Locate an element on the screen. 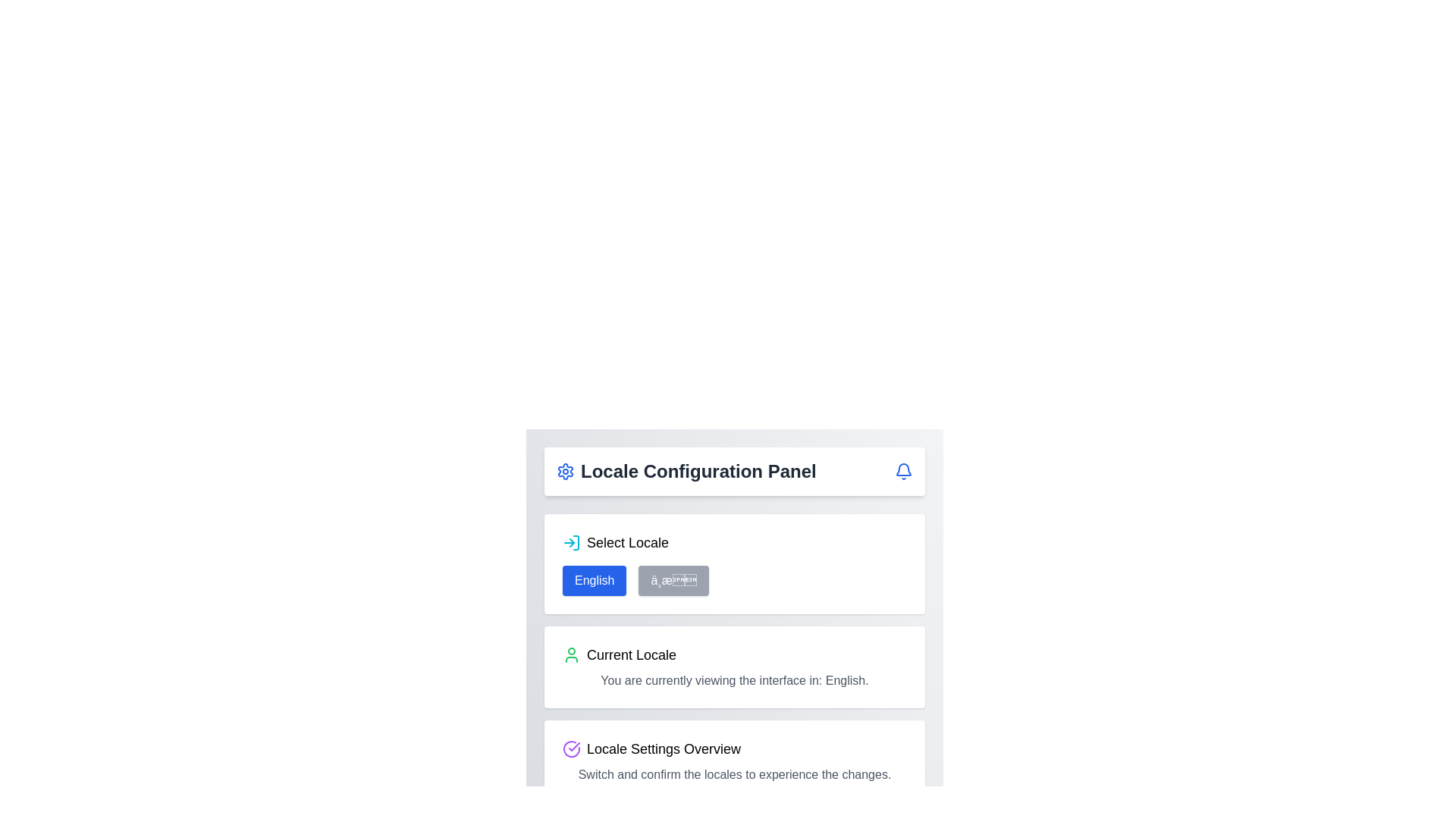  the Informational Panel that displays the current locale information, located between the 'Select Locale' section and the 'Locale Settings Overview' section is located at coordinates (735, 657).